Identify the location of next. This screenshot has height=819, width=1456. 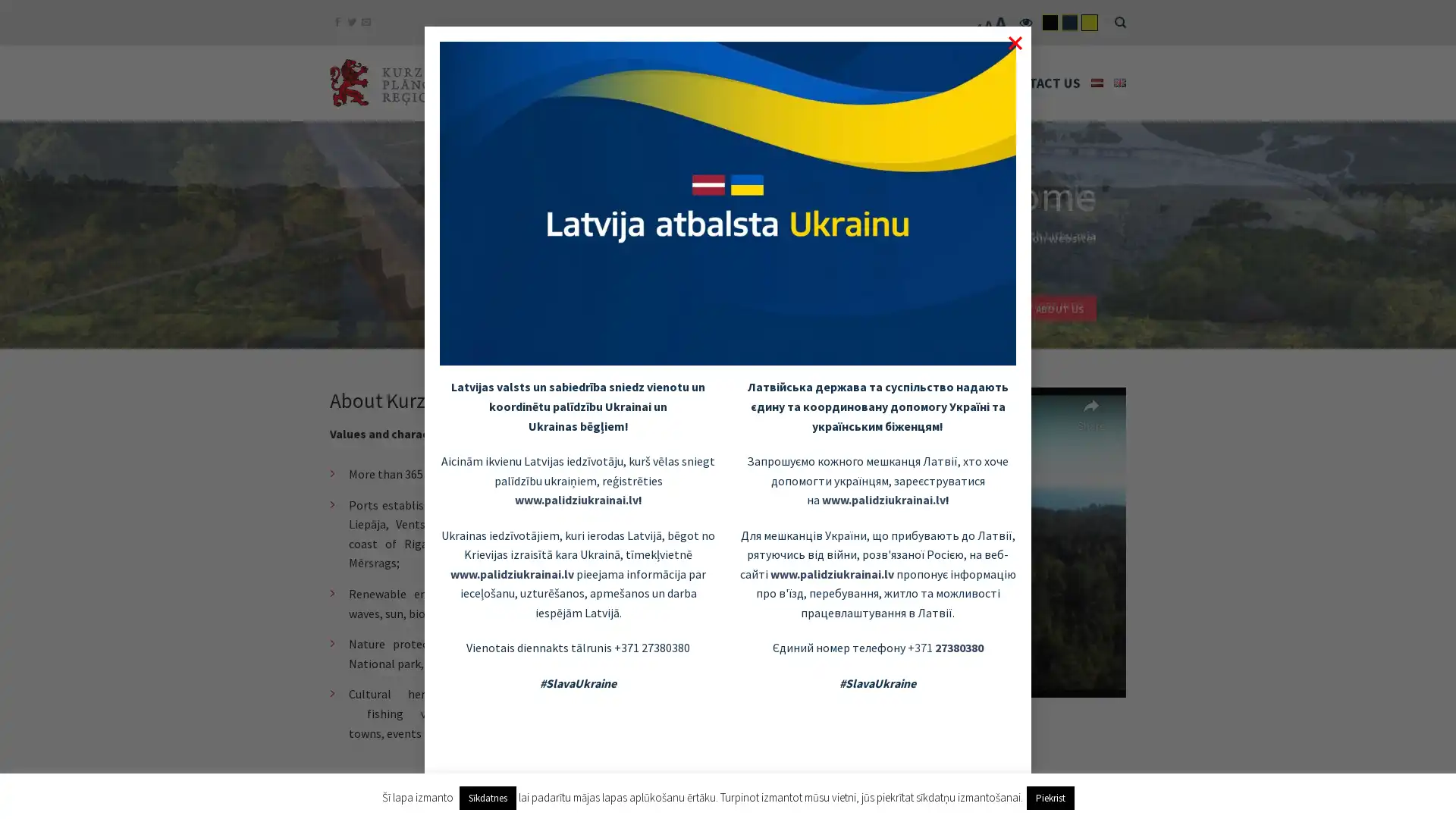
(1407, 234).